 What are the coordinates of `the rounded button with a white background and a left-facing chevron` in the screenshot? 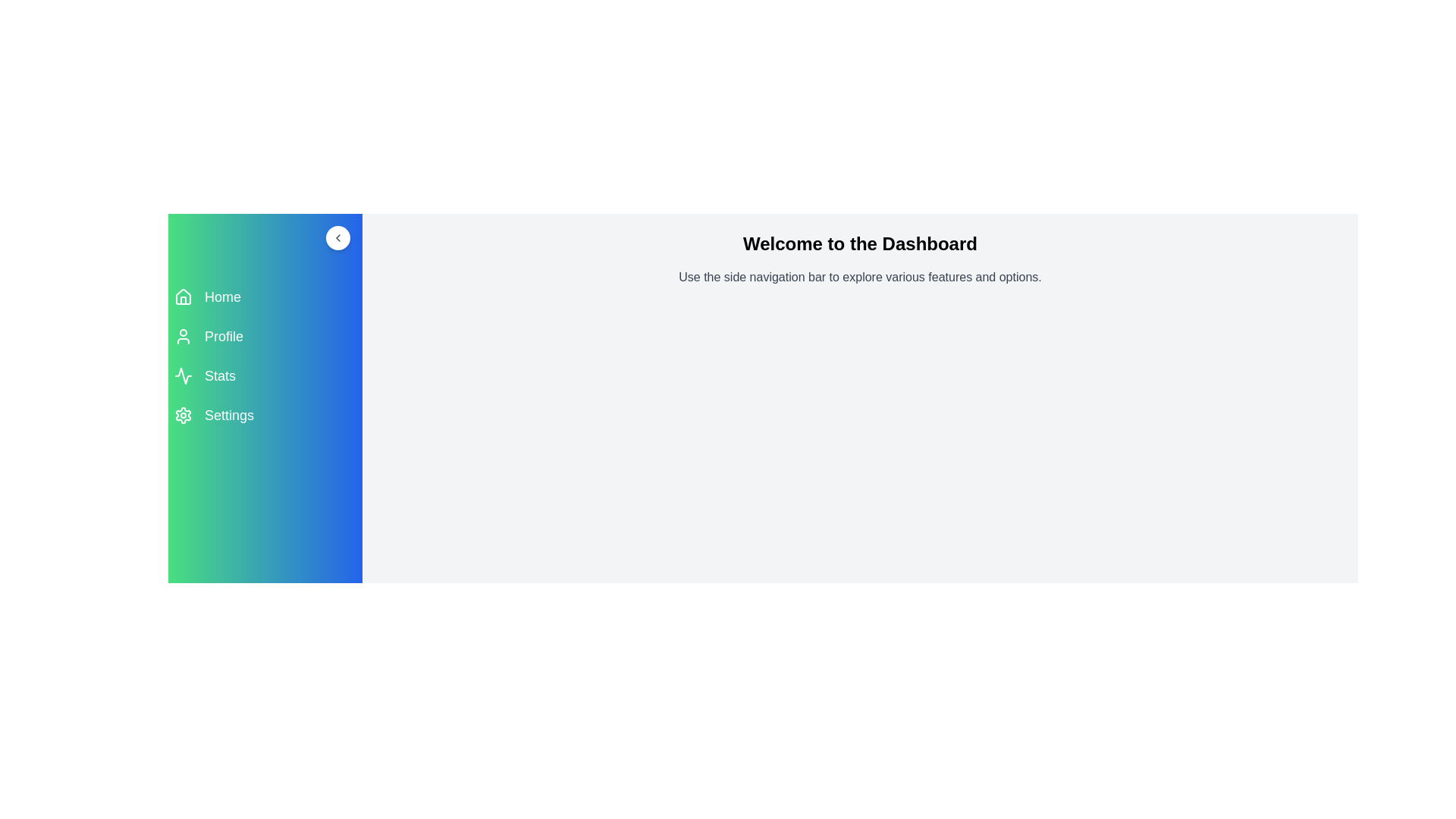 It's located at (337, 237).